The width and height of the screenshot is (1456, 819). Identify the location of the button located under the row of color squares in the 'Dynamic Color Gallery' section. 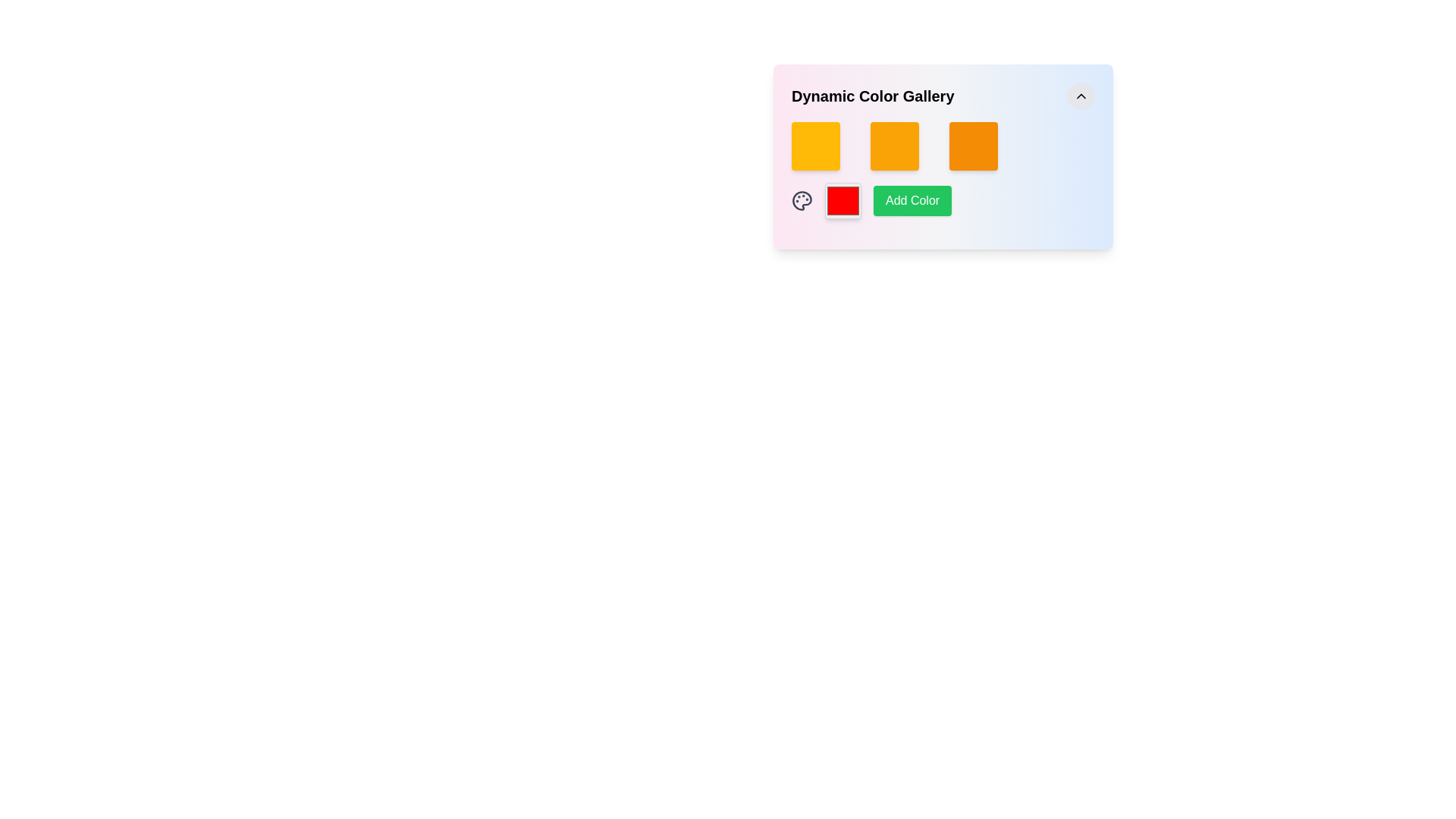
(942, 170).